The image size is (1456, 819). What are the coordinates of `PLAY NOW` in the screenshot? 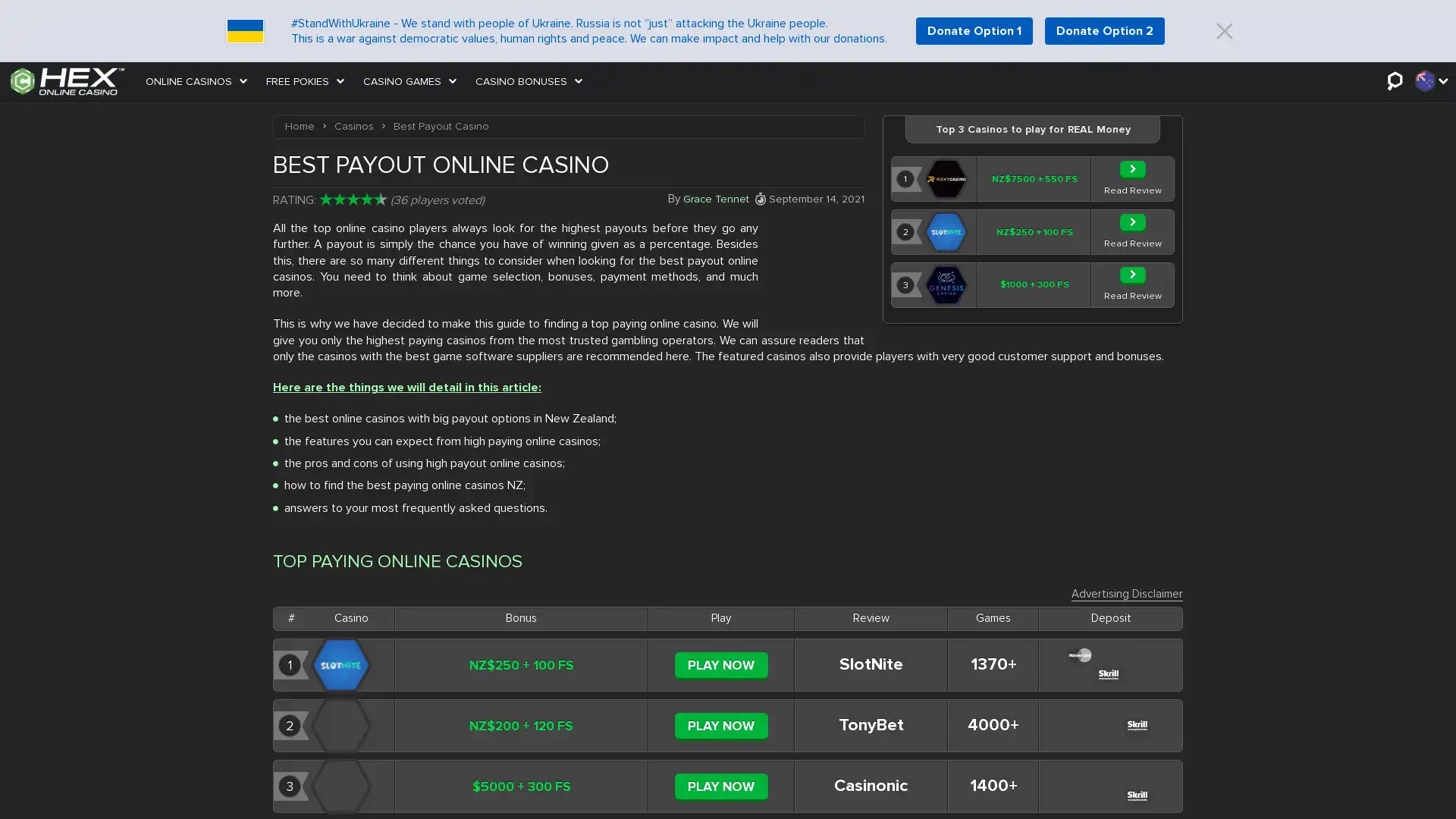 It's located at (720, 724).